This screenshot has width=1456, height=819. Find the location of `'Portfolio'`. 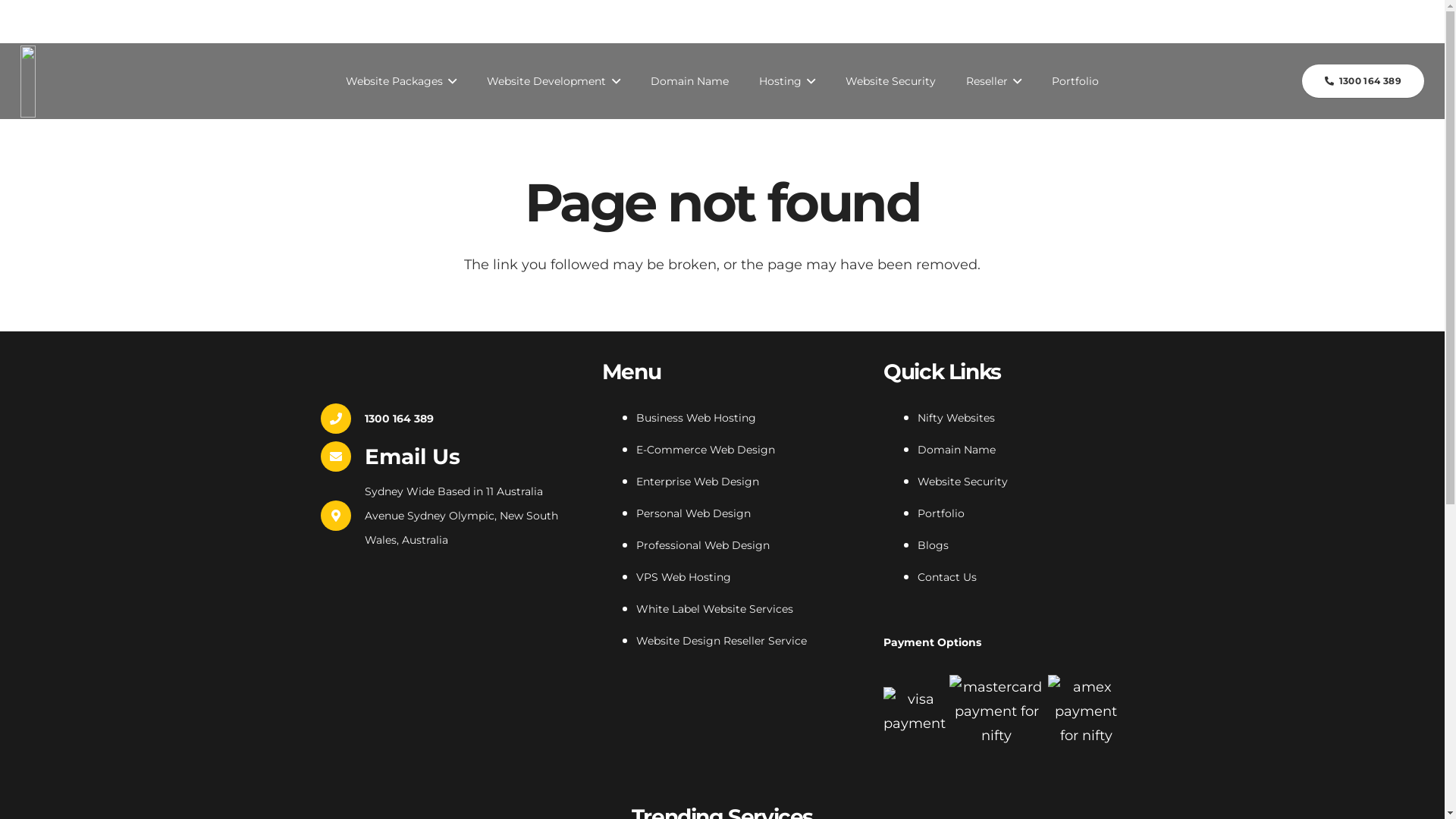

'Portfolio' is located at coordinates (1074, 81).